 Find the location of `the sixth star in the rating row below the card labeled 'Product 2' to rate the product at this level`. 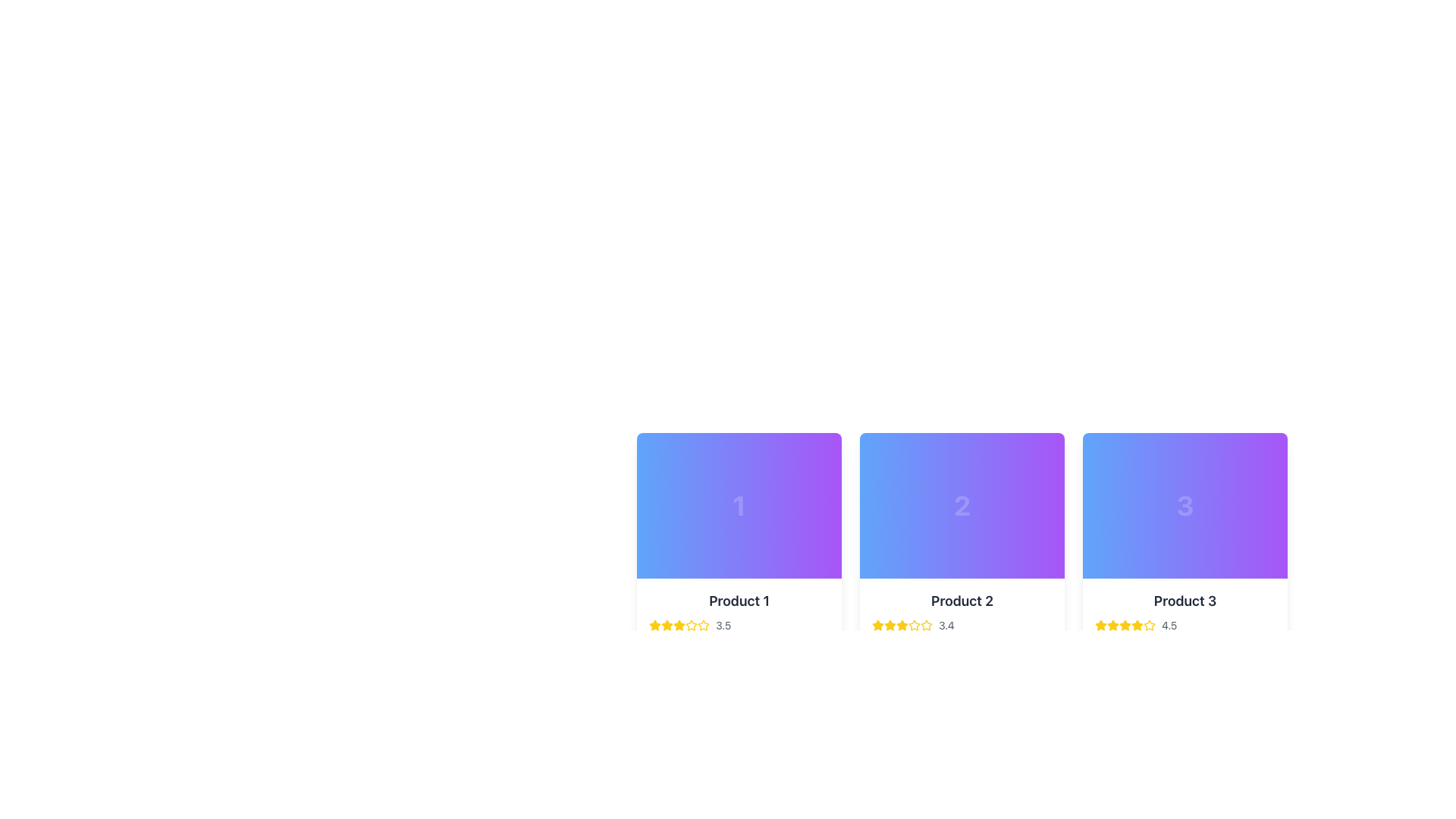

the sixth star in the rating row below the card labeled 'Product 2' to rate the product at this level is located at coordinates (913, 626).